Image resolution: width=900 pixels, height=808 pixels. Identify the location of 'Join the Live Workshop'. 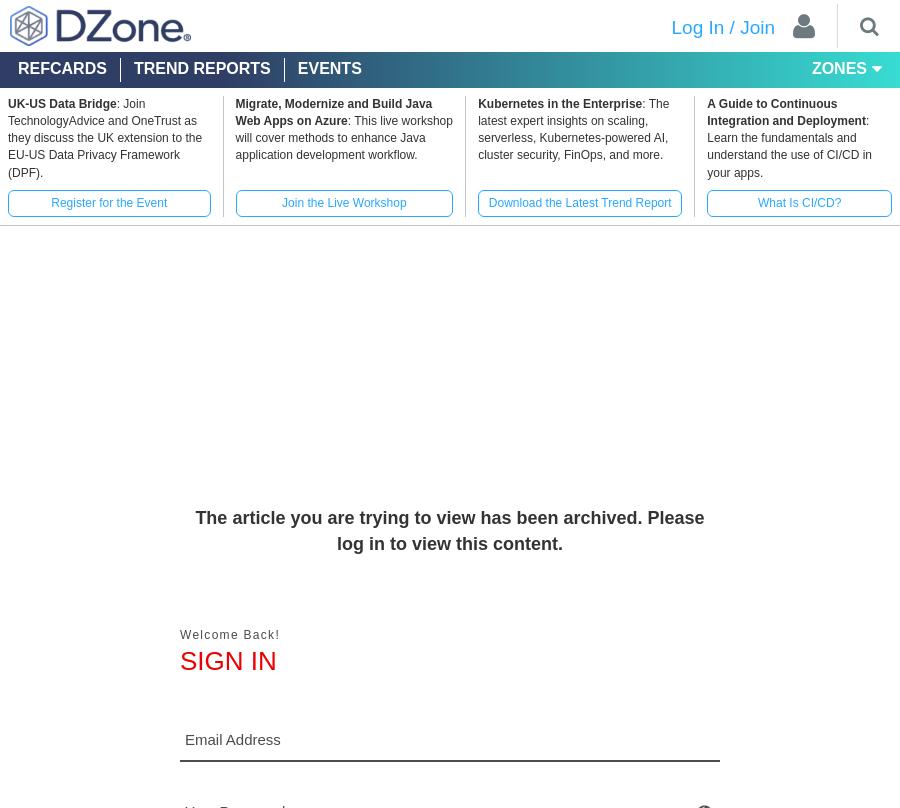
(280, 202).